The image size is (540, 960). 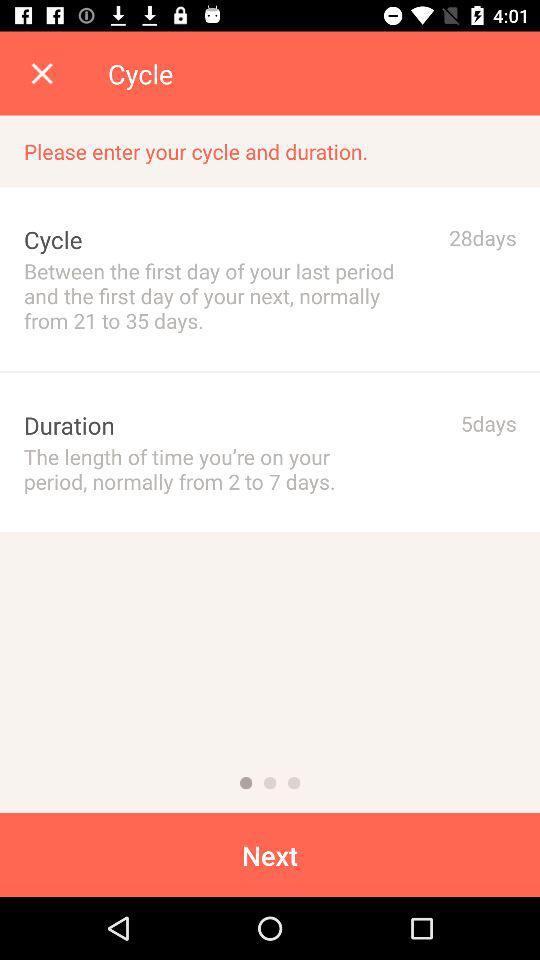 I want to click on preview next, so click(x=293, y=783).